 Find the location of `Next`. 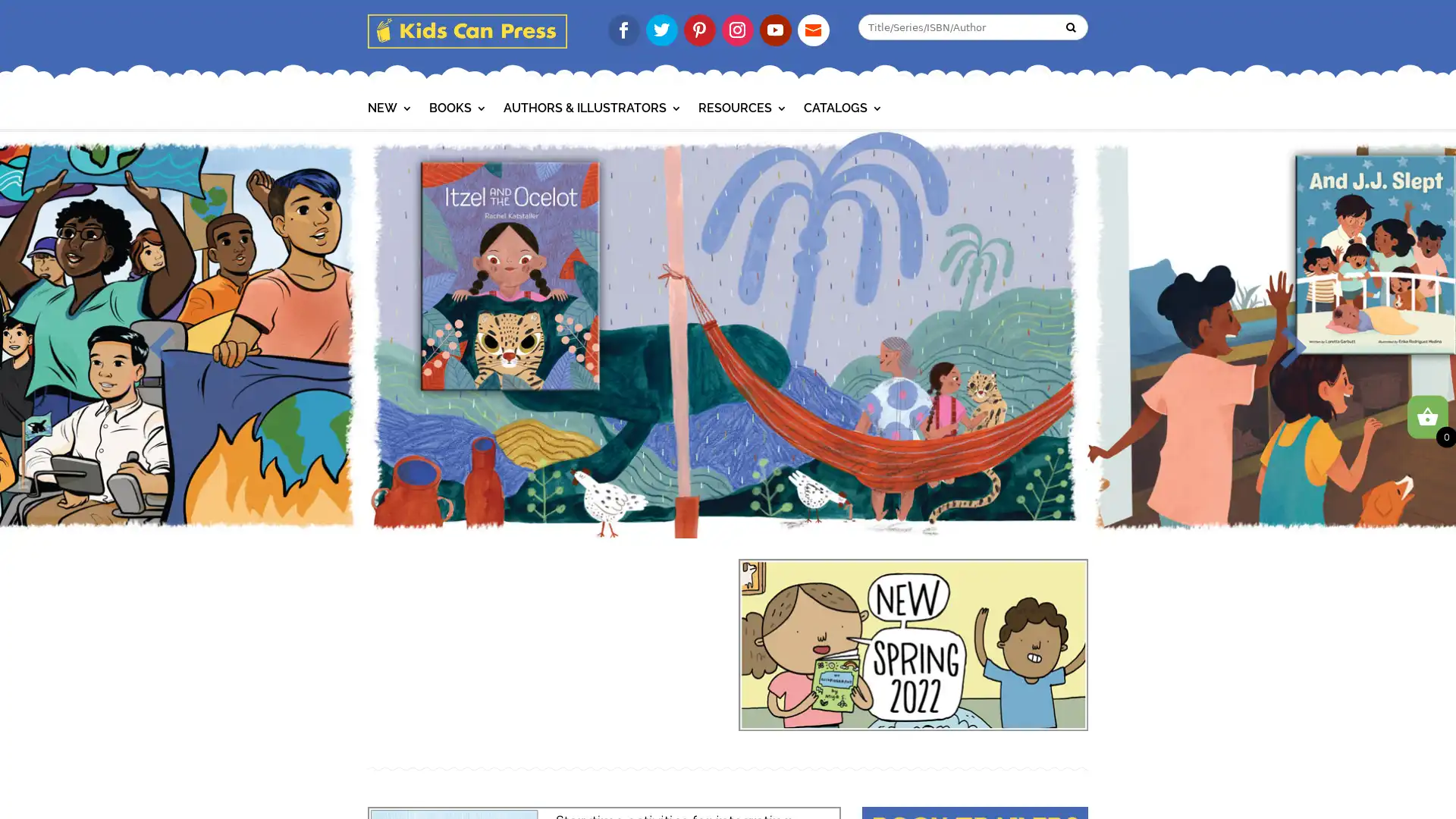

Next is located at coordinates (1298, 336).